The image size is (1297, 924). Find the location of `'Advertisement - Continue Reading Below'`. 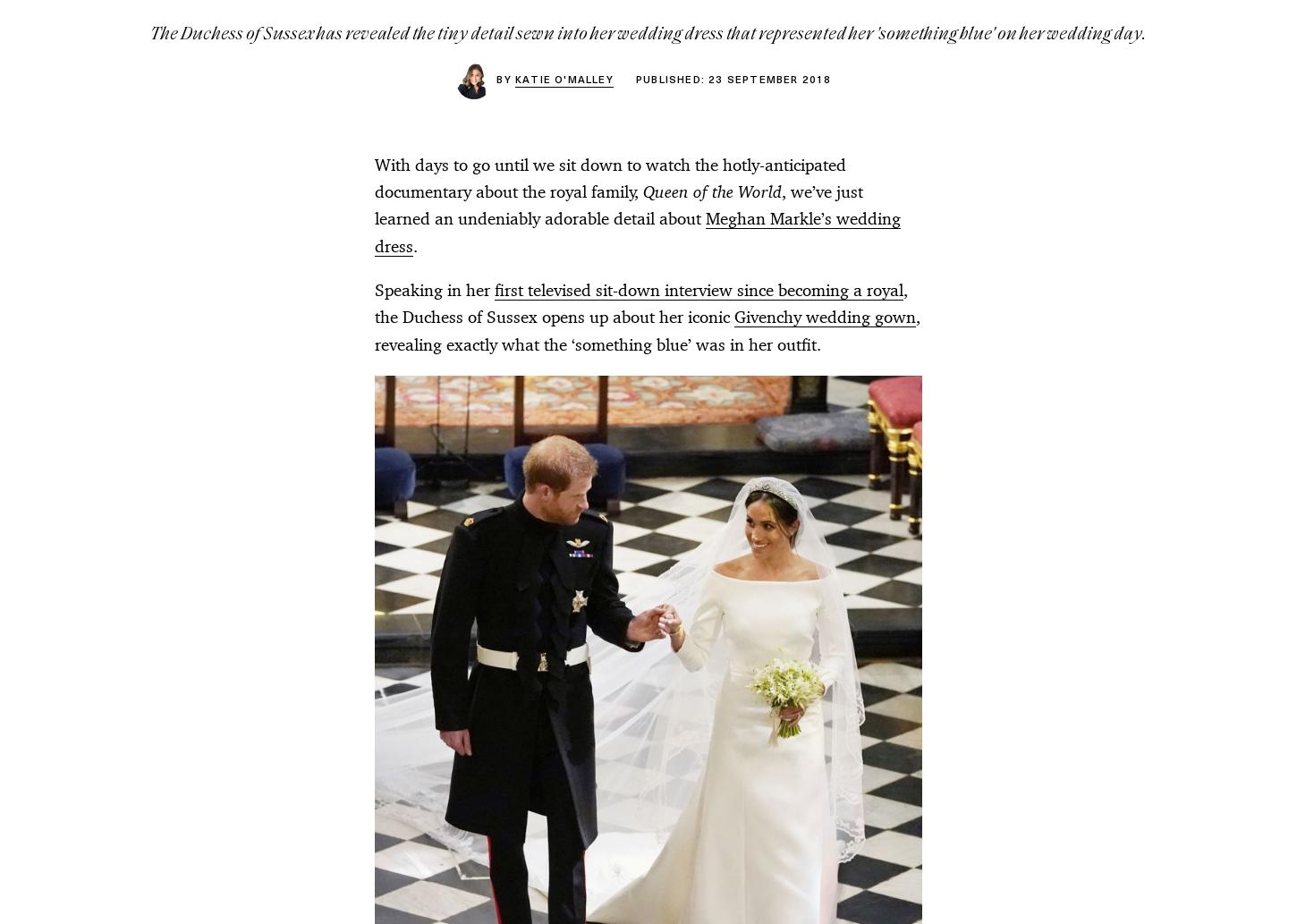

'Advertisement - Continue Reading Below' is located at coordinates (648, 222).